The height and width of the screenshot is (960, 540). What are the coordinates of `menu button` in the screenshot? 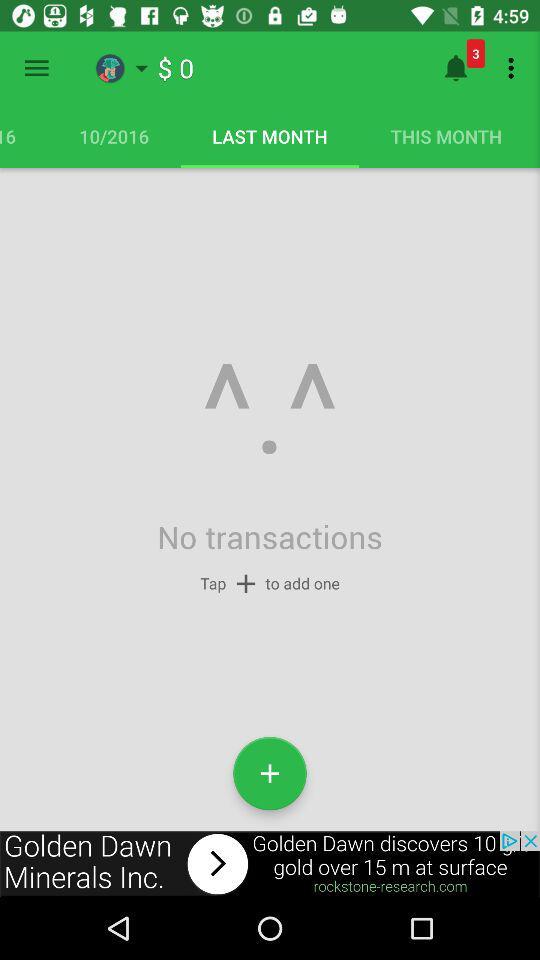 It's located at (36, 68).